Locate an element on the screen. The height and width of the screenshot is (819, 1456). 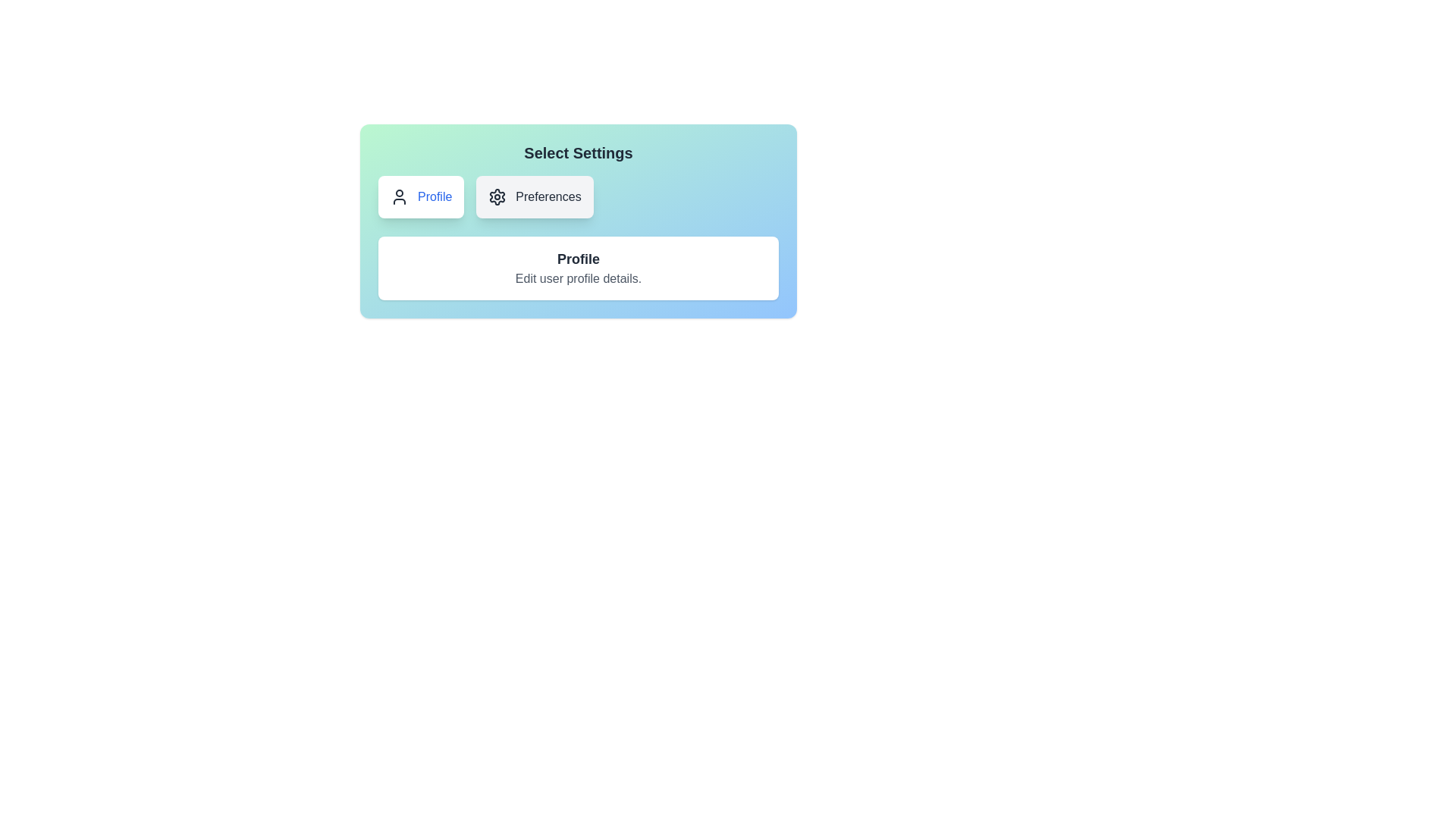
the gear-shaped icon representing settings within the 'Preferences' button is located at coordinates (497, 196).